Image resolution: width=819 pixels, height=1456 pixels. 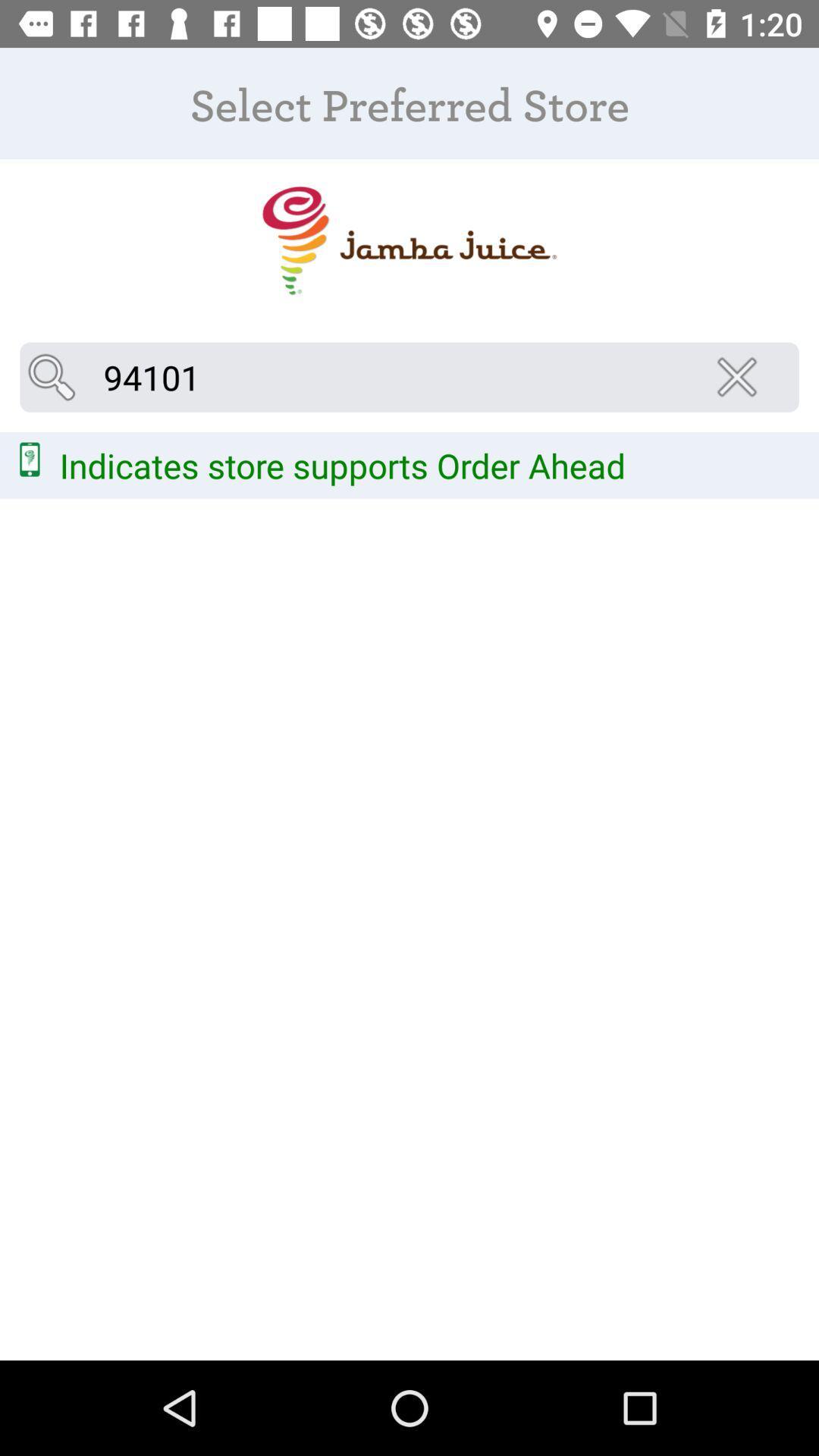 What do you see at coordinates (408, 240) in the screenshot?
I see `the element you want to pick` at bounding box center [408, 240].